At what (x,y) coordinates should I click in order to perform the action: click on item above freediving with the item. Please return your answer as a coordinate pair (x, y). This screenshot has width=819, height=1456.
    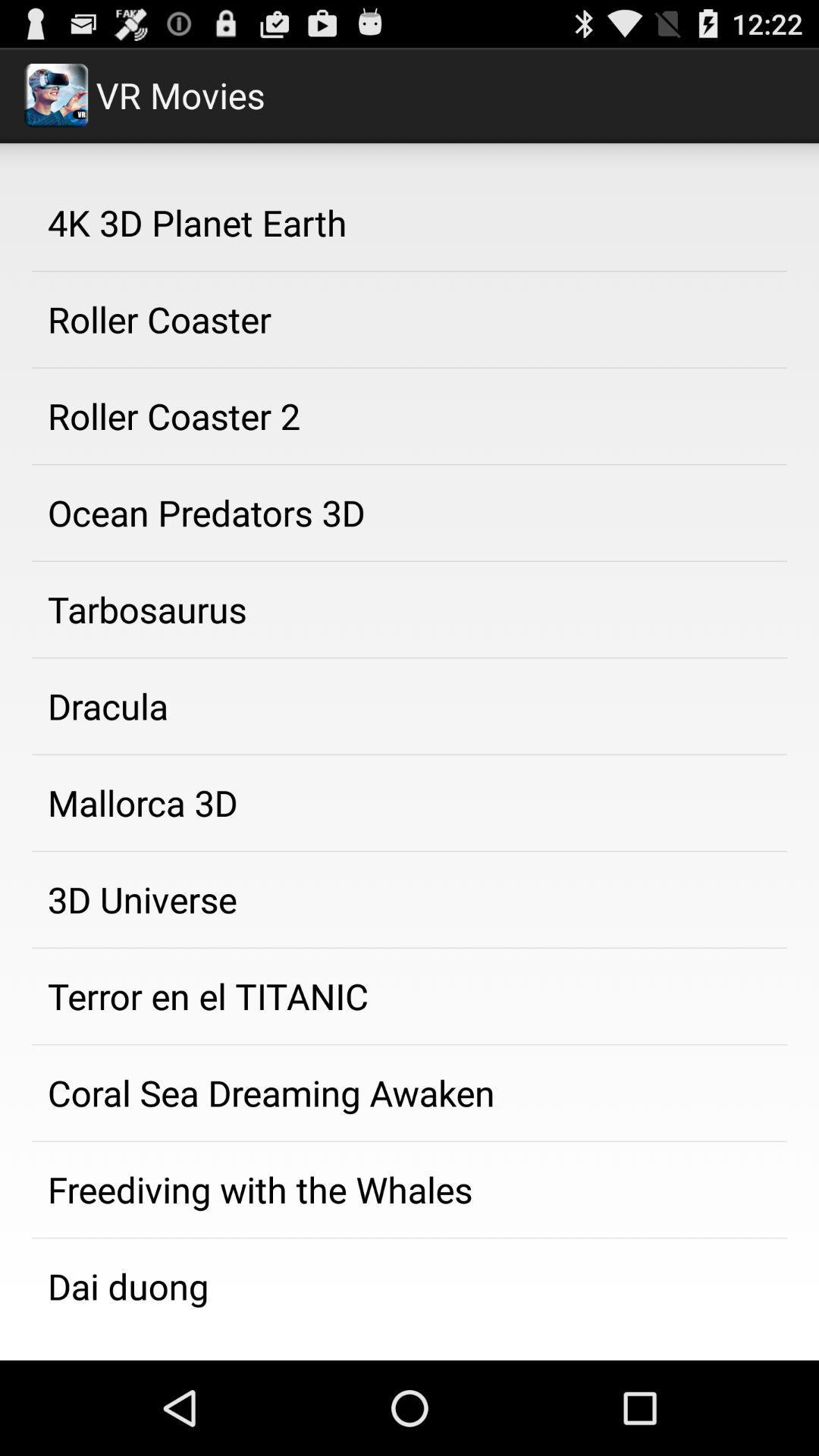
    Looking at the image, I should click on (409, 1093).